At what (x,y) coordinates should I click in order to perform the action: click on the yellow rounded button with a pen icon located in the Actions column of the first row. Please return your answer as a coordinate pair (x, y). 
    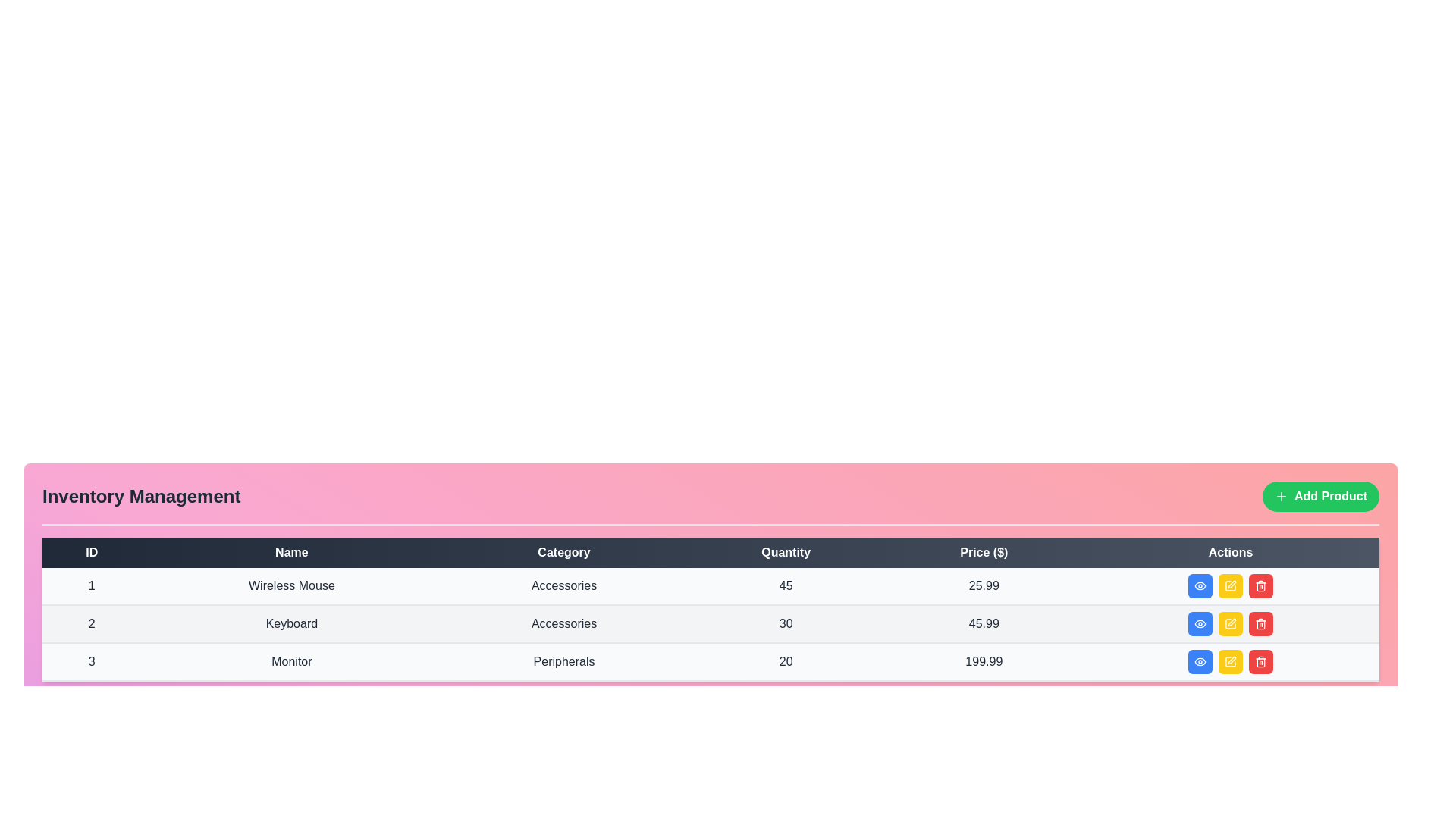
    Looking at the image, I should click on (1231, 585).